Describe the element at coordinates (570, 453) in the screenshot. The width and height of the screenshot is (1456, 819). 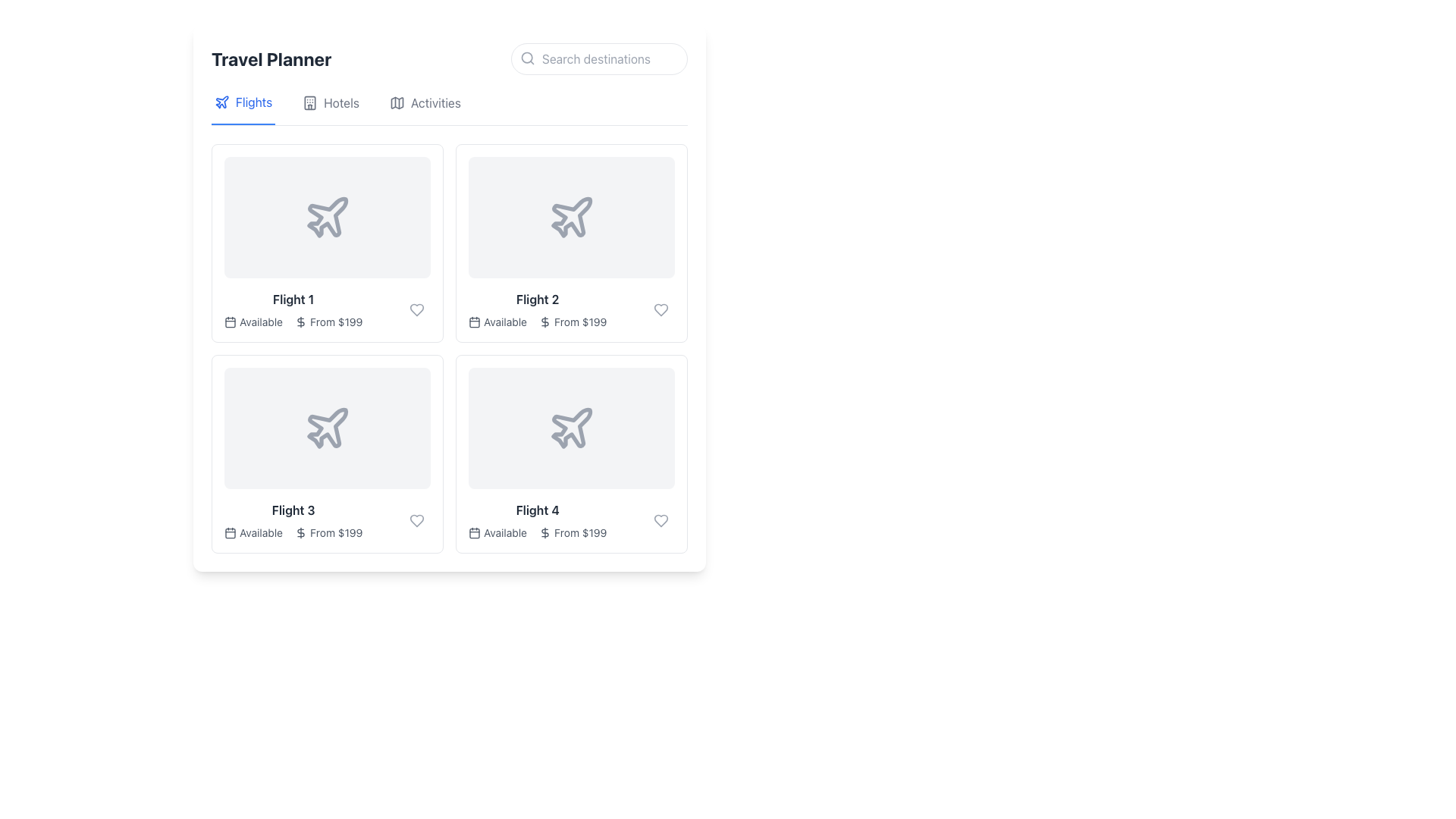
I see `the card component representing 'Flight 4'` at that location.